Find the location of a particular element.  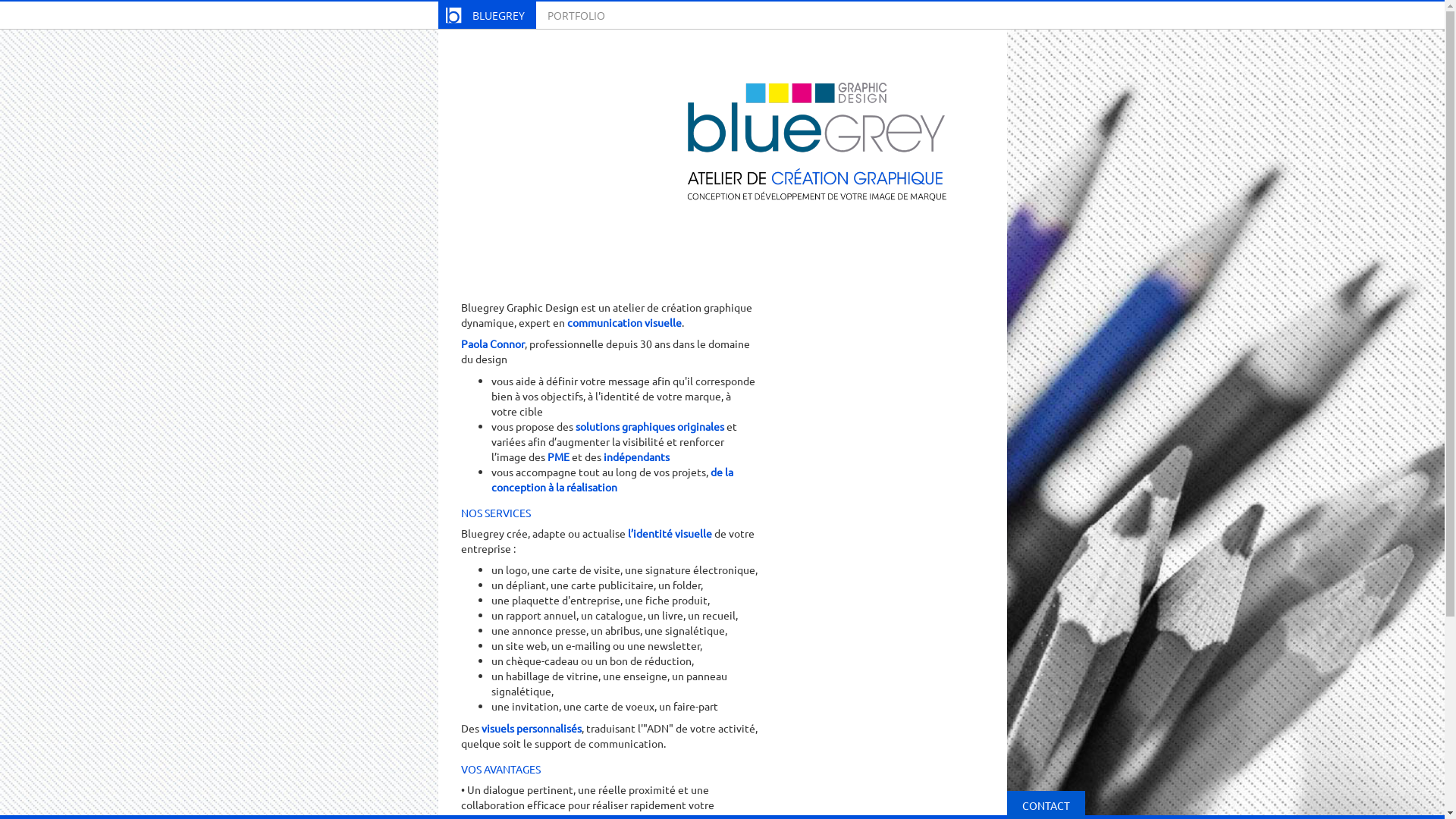

'BLUEGREY' is located at coordinates (437, 14).